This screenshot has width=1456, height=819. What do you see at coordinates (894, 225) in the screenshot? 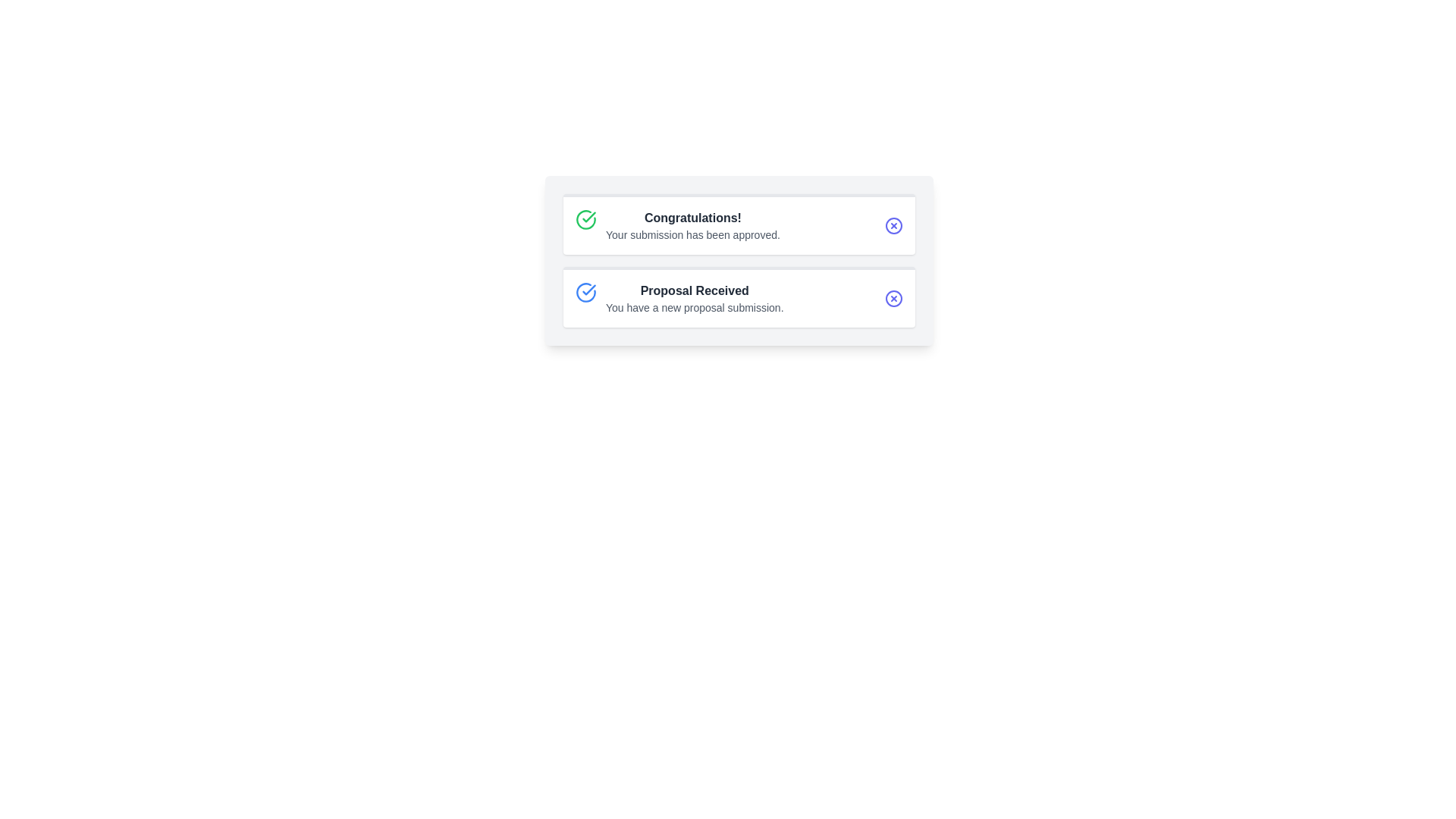
I see `the indigo 'X' icon button in the upper notification bar` at bounding box center [894, 225].